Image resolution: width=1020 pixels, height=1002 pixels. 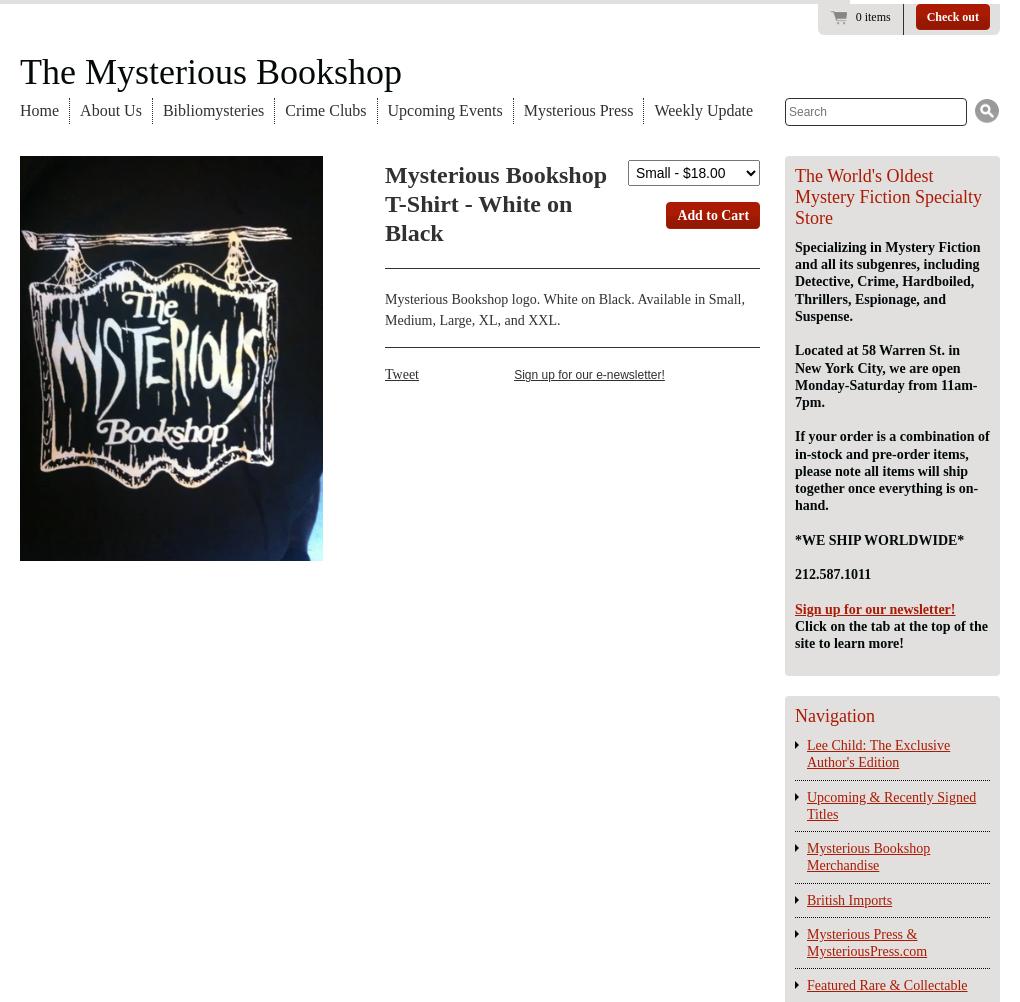 What do you see at coordinates (496, 203) in the screenshot?
I see `'Mysterious Bookshop T-Shirt - White on Black'` at bounding box center [496, 203].